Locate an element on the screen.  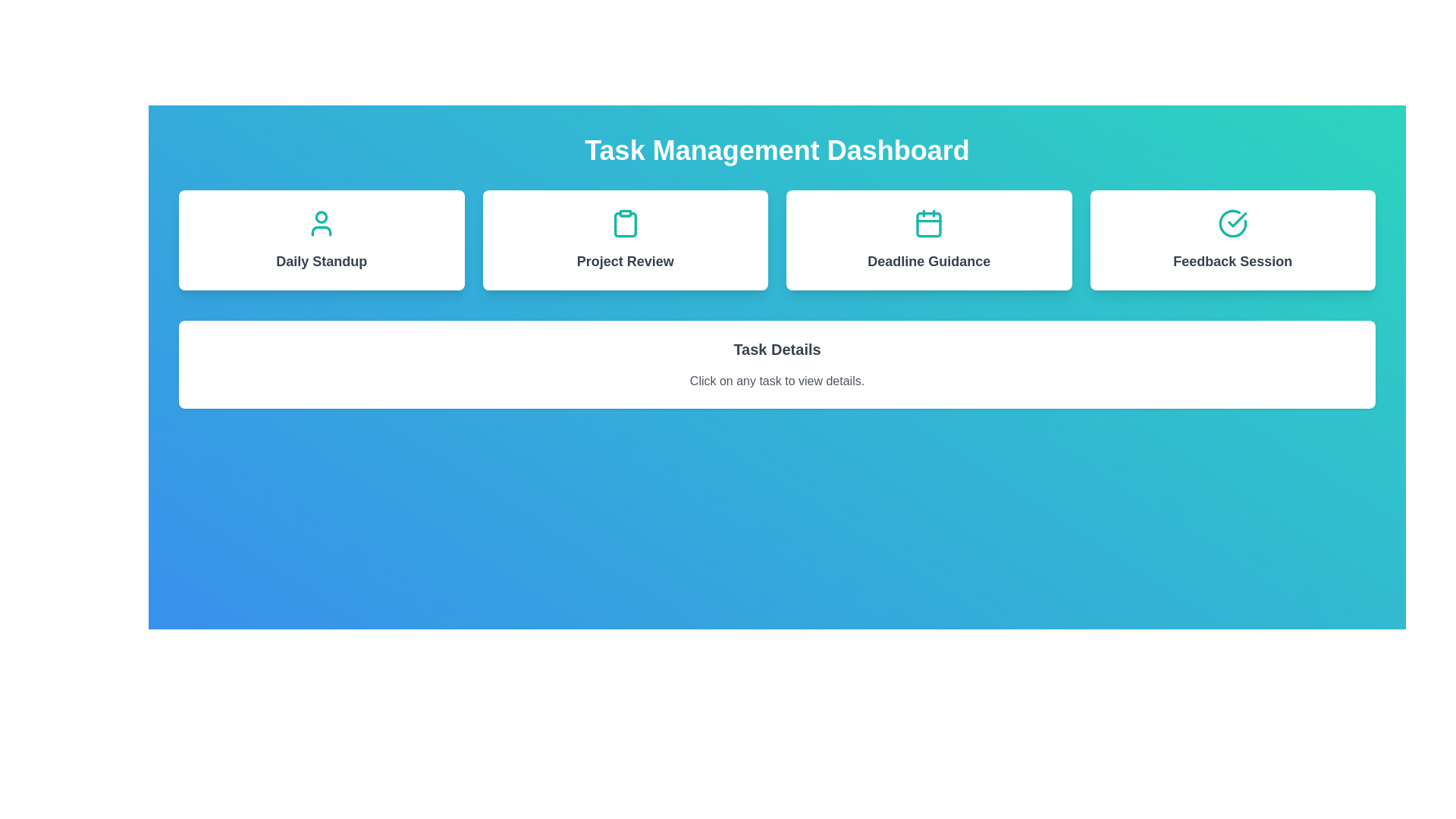
the clipboard icon, which is teal in color and positioned at the top-center of the 'Project Review' visual group is located at coordinates (625, 223).